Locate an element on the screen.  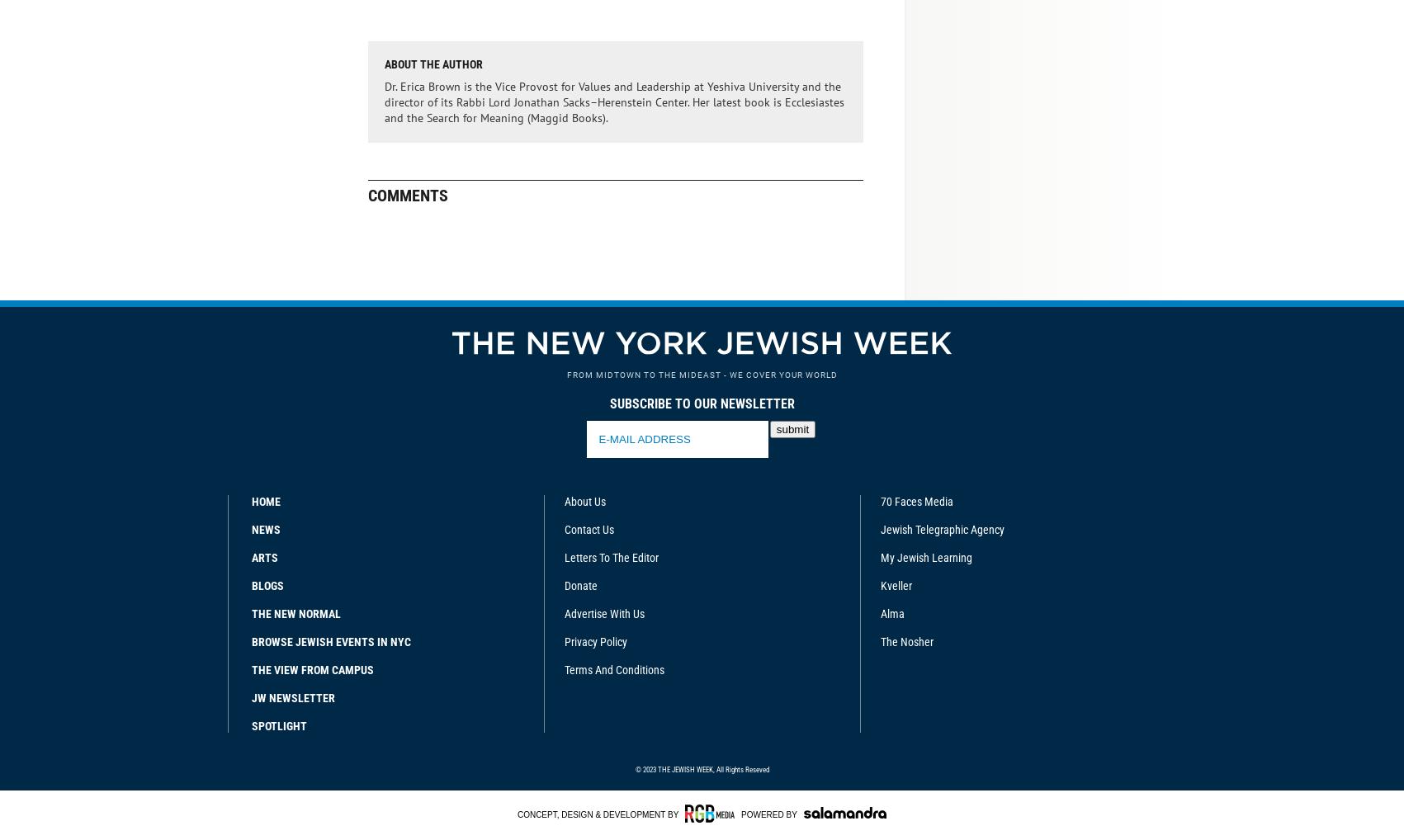
'Letters to the editor' is located at coordinates (562, 557).